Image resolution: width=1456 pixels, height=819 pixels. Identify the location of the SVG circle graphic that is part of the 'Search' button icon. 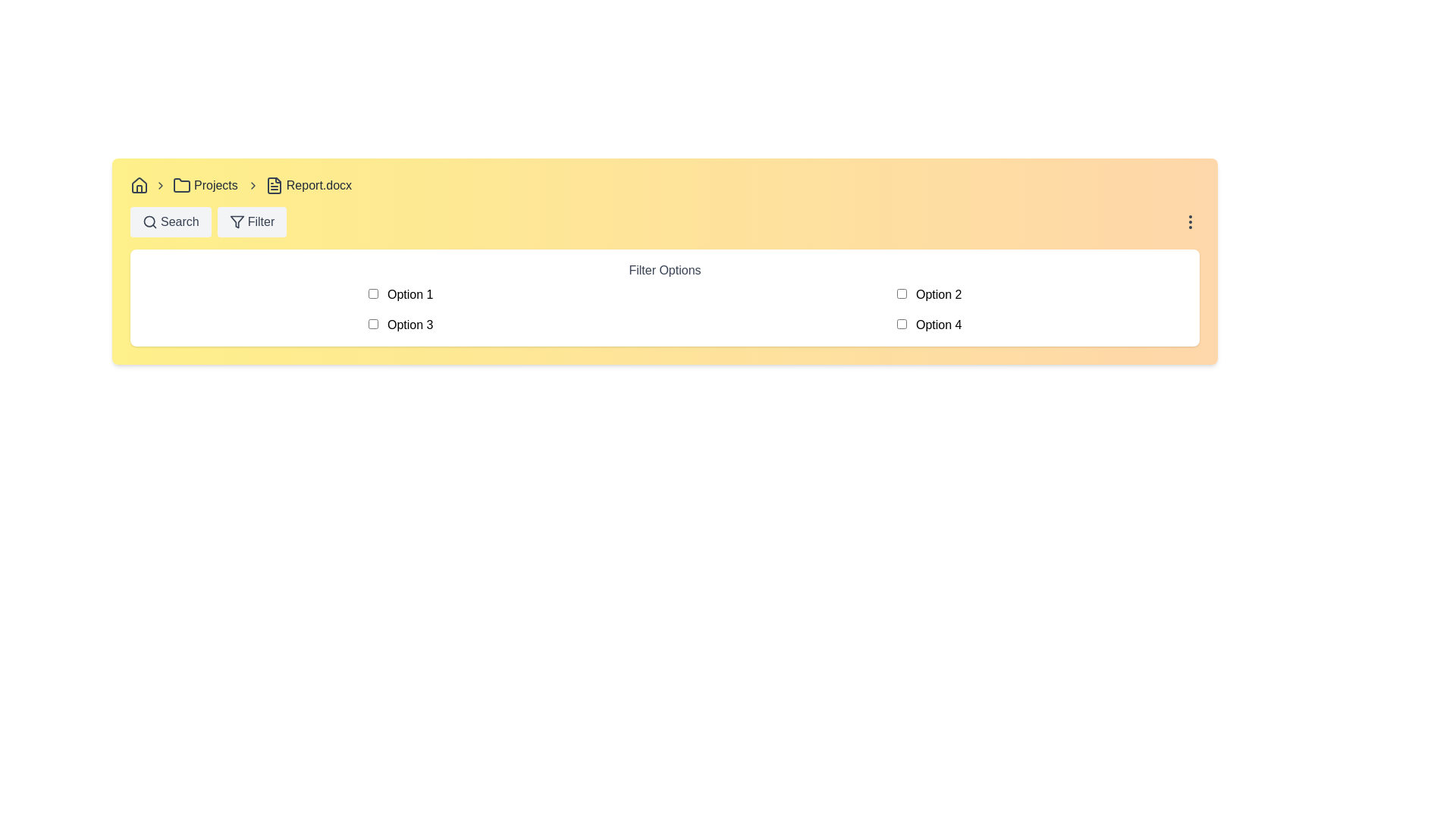
(149, 221).